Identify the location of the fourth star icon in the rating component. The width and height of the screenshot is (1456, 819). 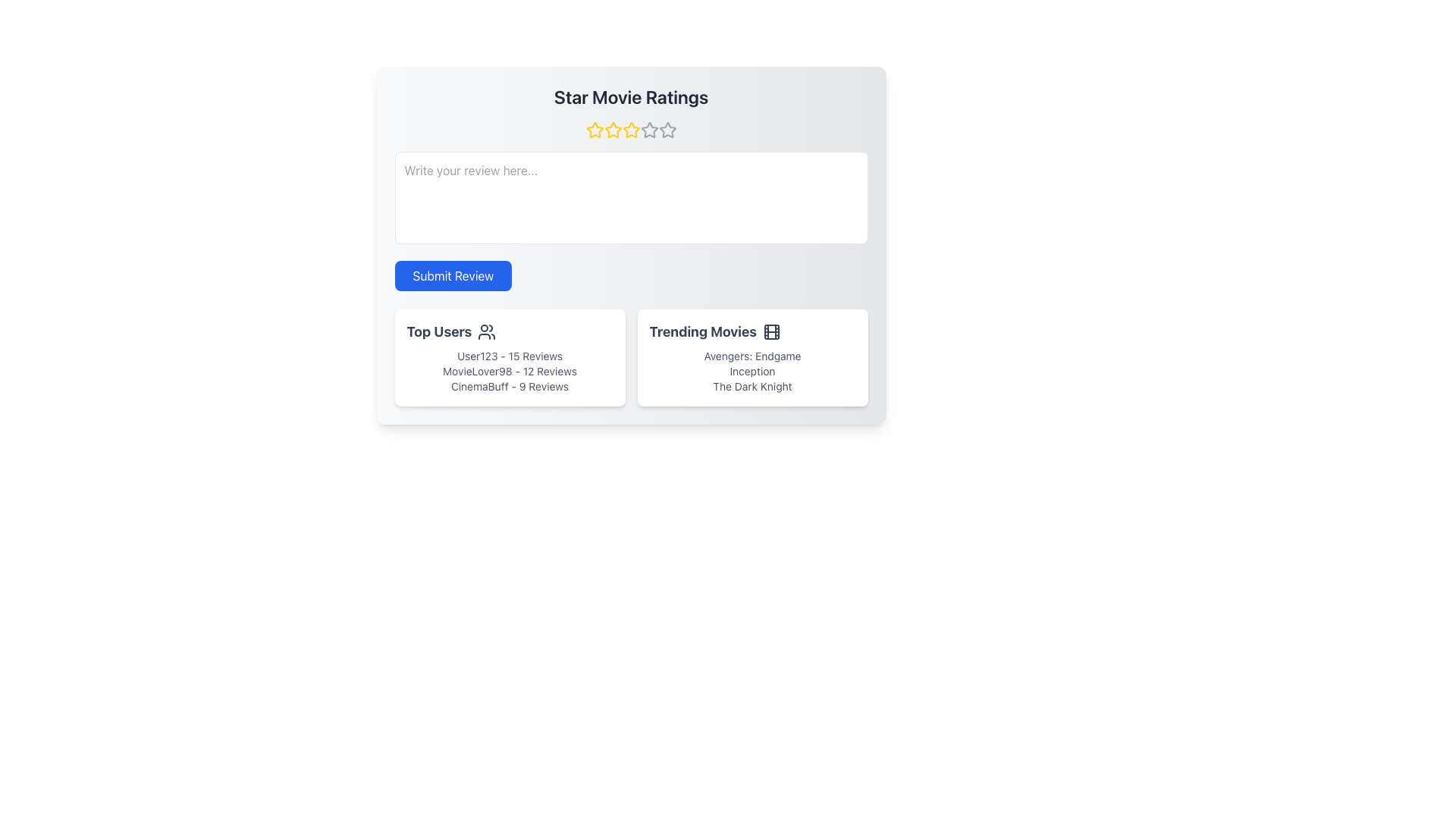
(649, 129).